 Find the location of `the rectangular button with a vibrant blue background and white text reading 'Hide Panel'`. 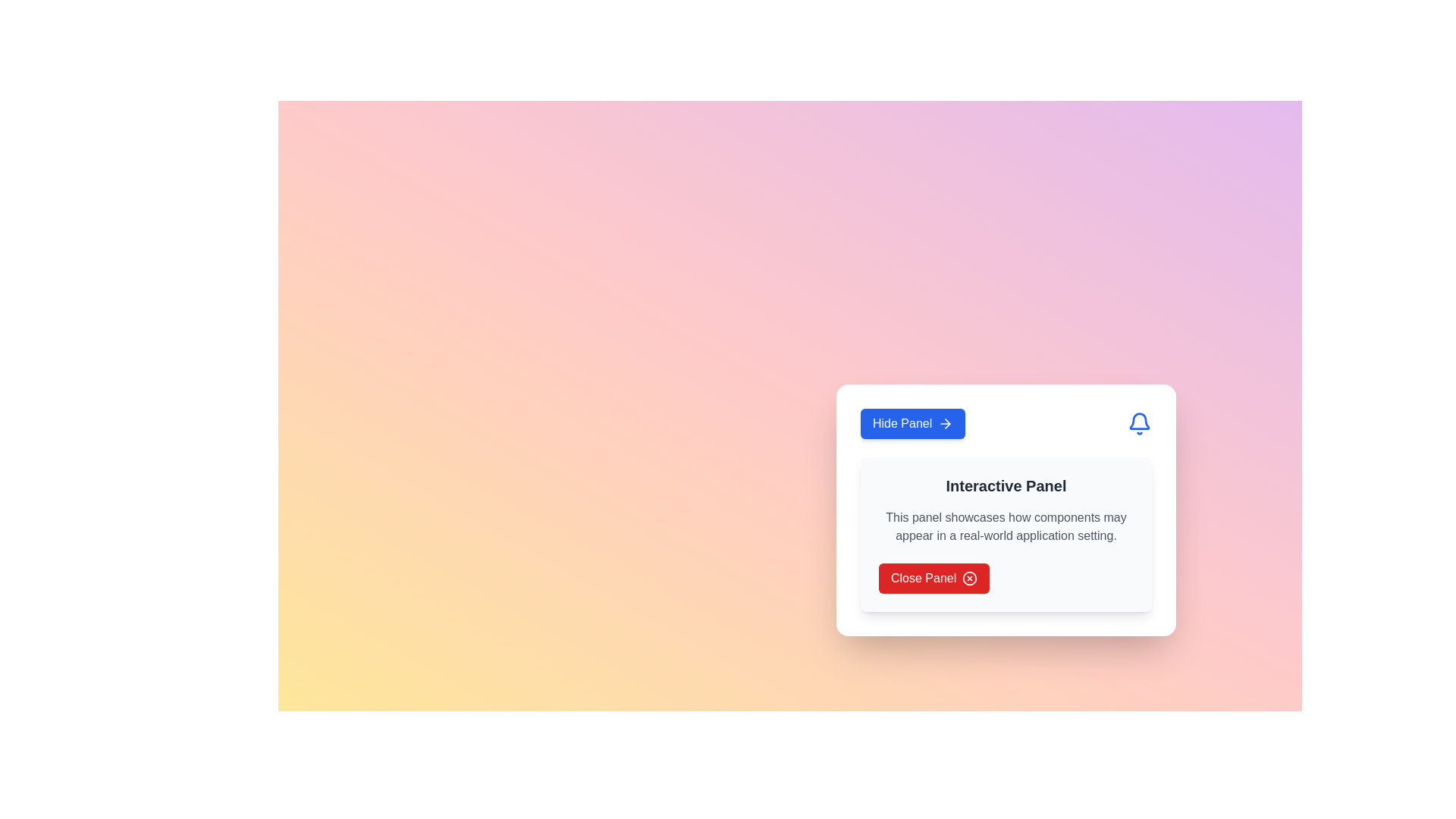

the rectangular button with a vibrant blue background and white text reading 'Hide Panel' is located at coordinates (912, 424).